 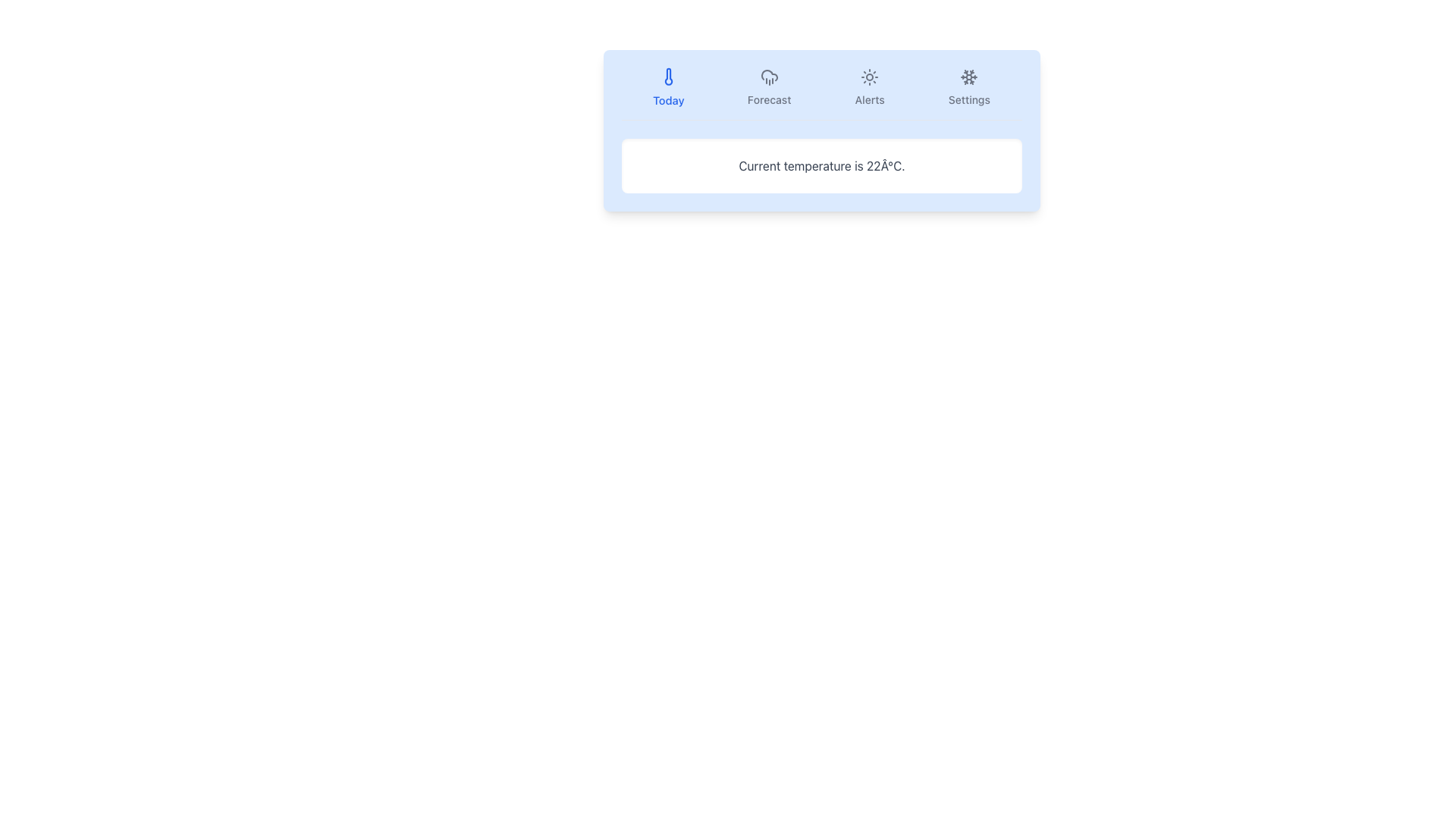 What do you see at coordinates (769, 99) in the screenshot?
I see `the 'Forecast' text label, which is styled in gray and located under the cloud with rain icon in the navigation bar` at bounding box center [769, 99].